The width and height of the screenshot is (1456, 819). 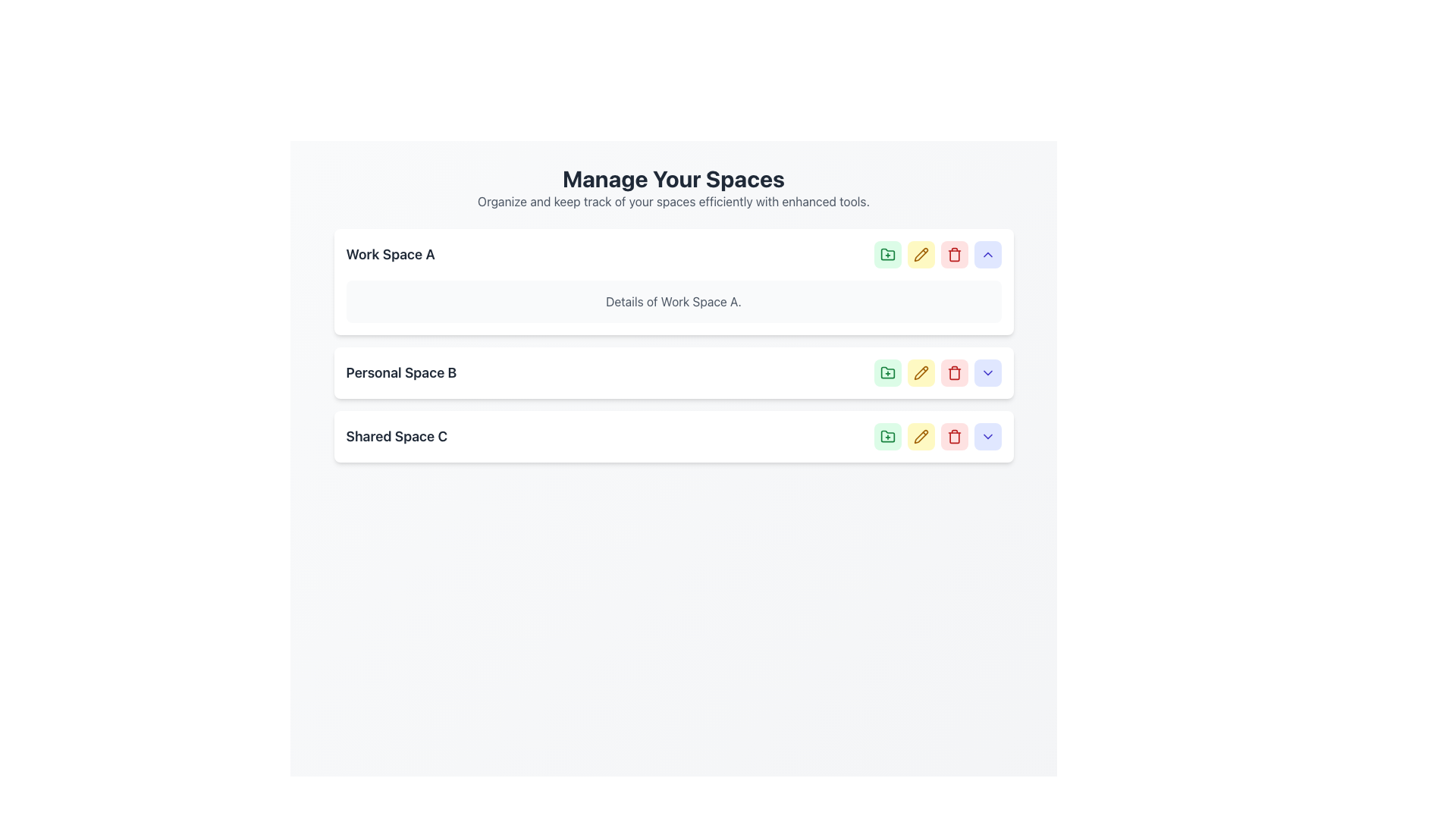 I want to click on the delete button icon, which is the third button from the right in the horizontal row of buttons, located to the right of 'Work Space A', so click(x=953, y=373).